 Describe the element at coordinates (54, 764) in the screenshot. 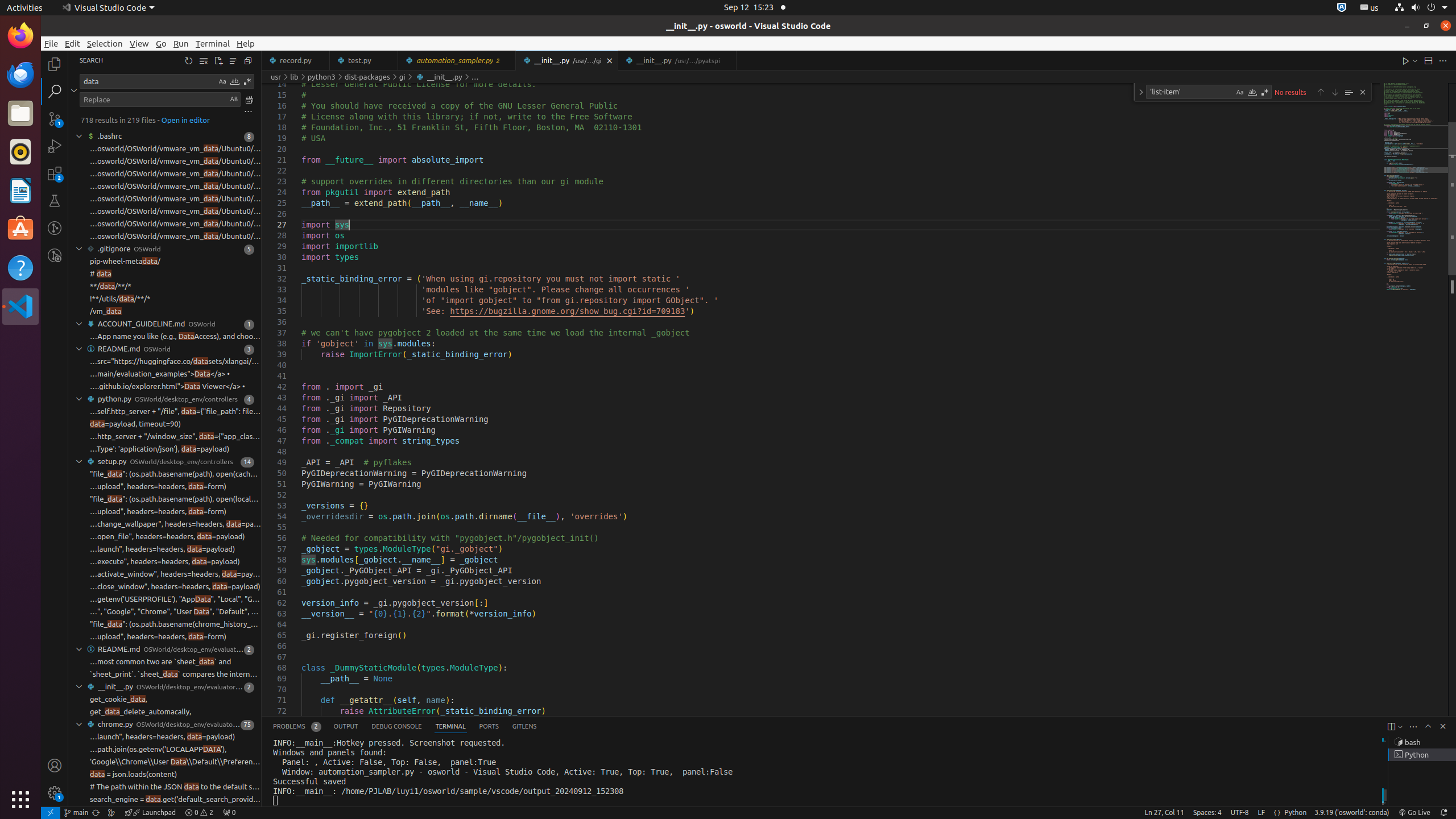

I see `'Accounts'` at that location.